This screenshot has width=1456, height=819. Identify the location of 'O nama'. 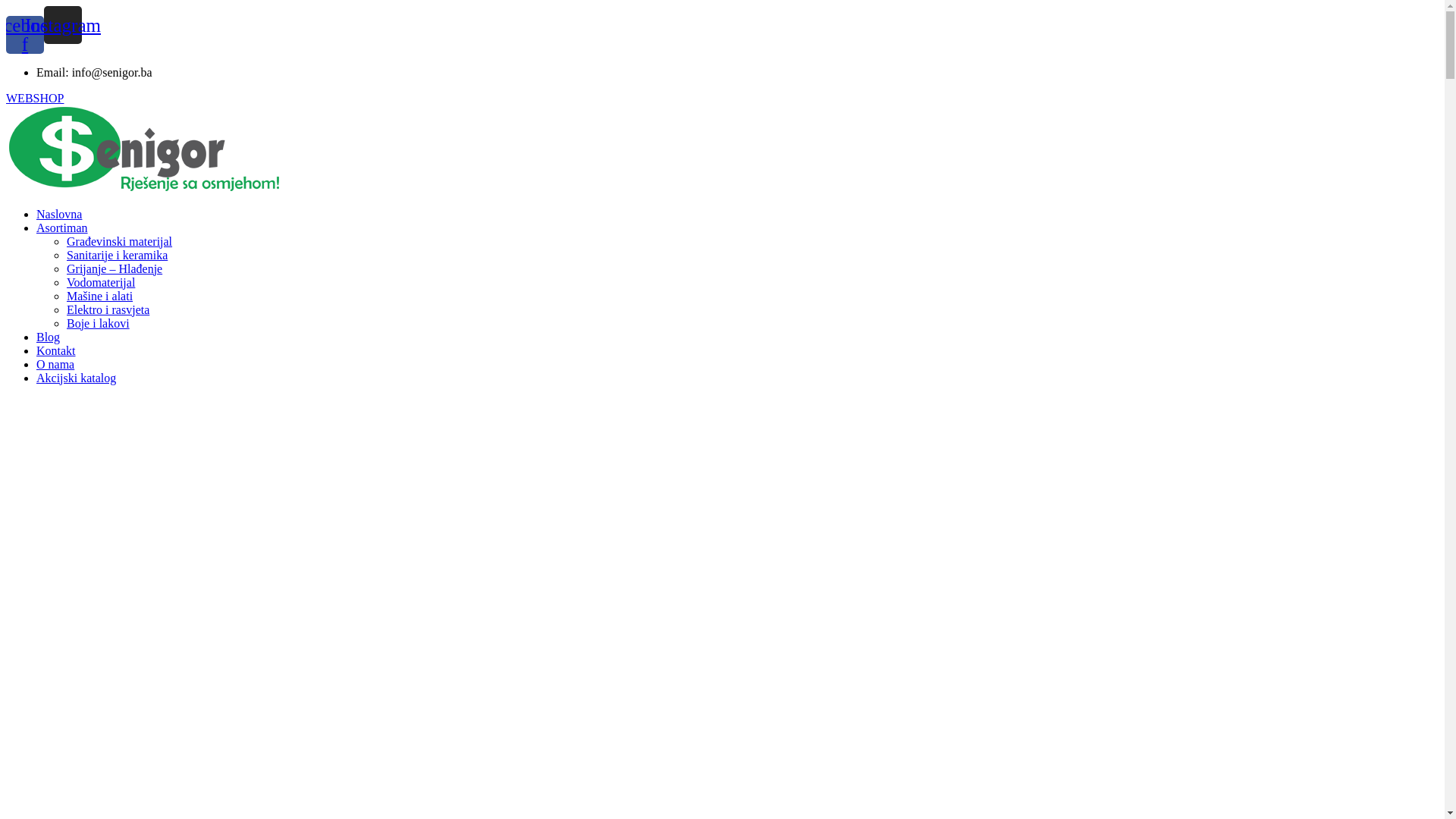
(55, 364).